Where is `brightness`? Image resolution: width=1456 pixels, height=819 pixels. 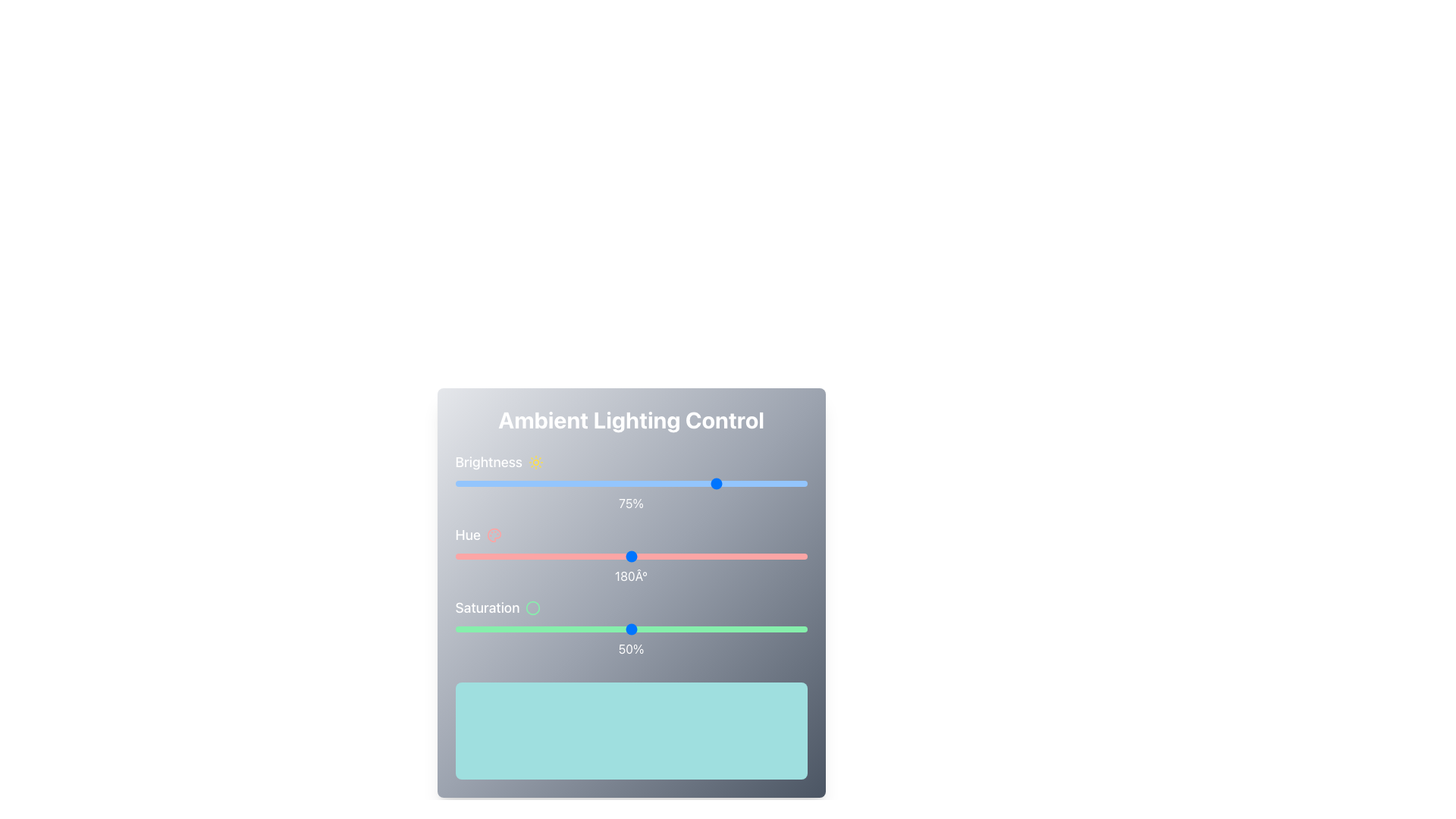 brightness is located at coordinates (620, 483).